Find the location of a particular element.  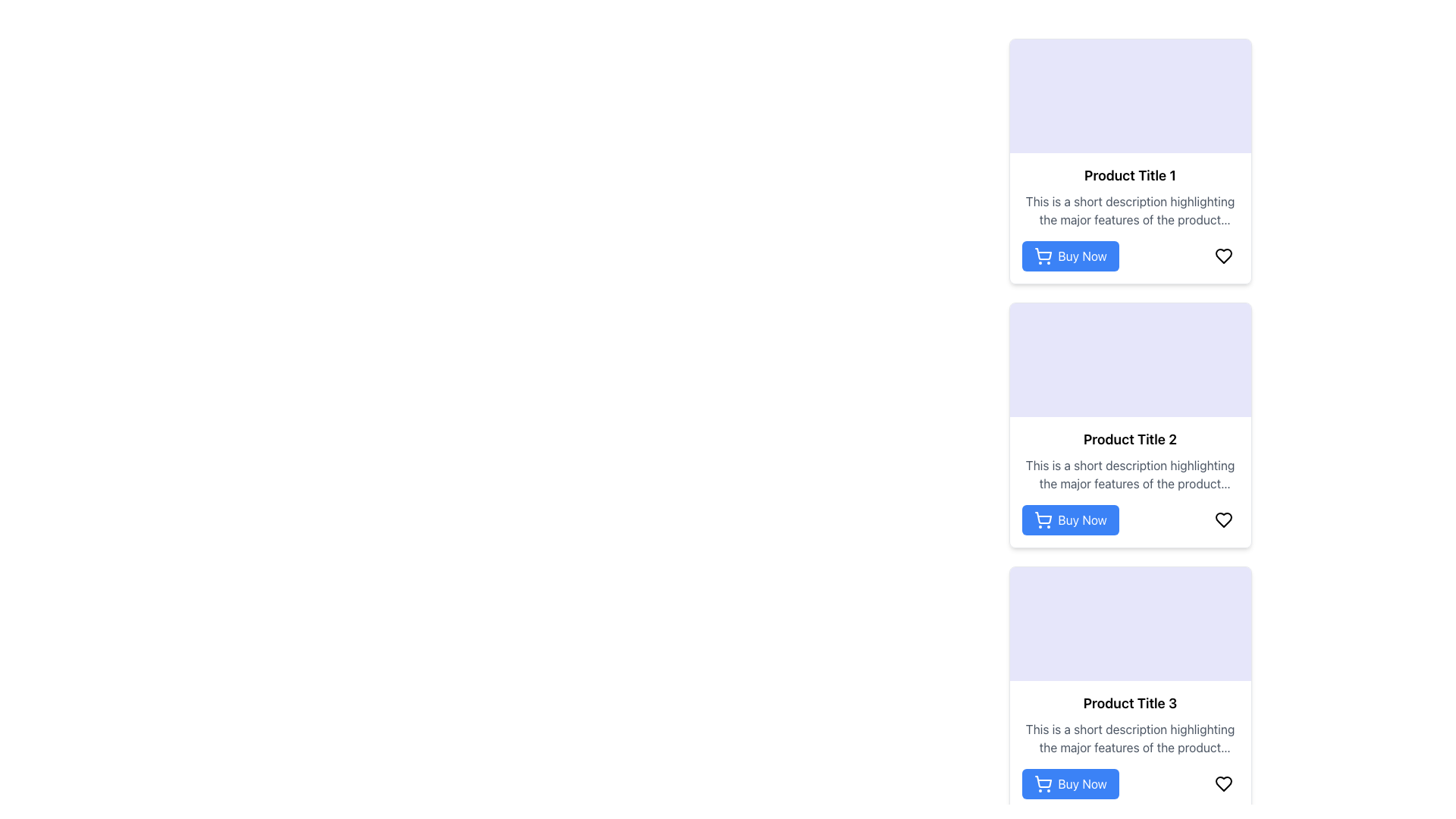

the shopping cart icon within the 'Buy Now' button located at the bottom right corner of the product card for 'Product Title 3' is located at coordinates (1042, 782).